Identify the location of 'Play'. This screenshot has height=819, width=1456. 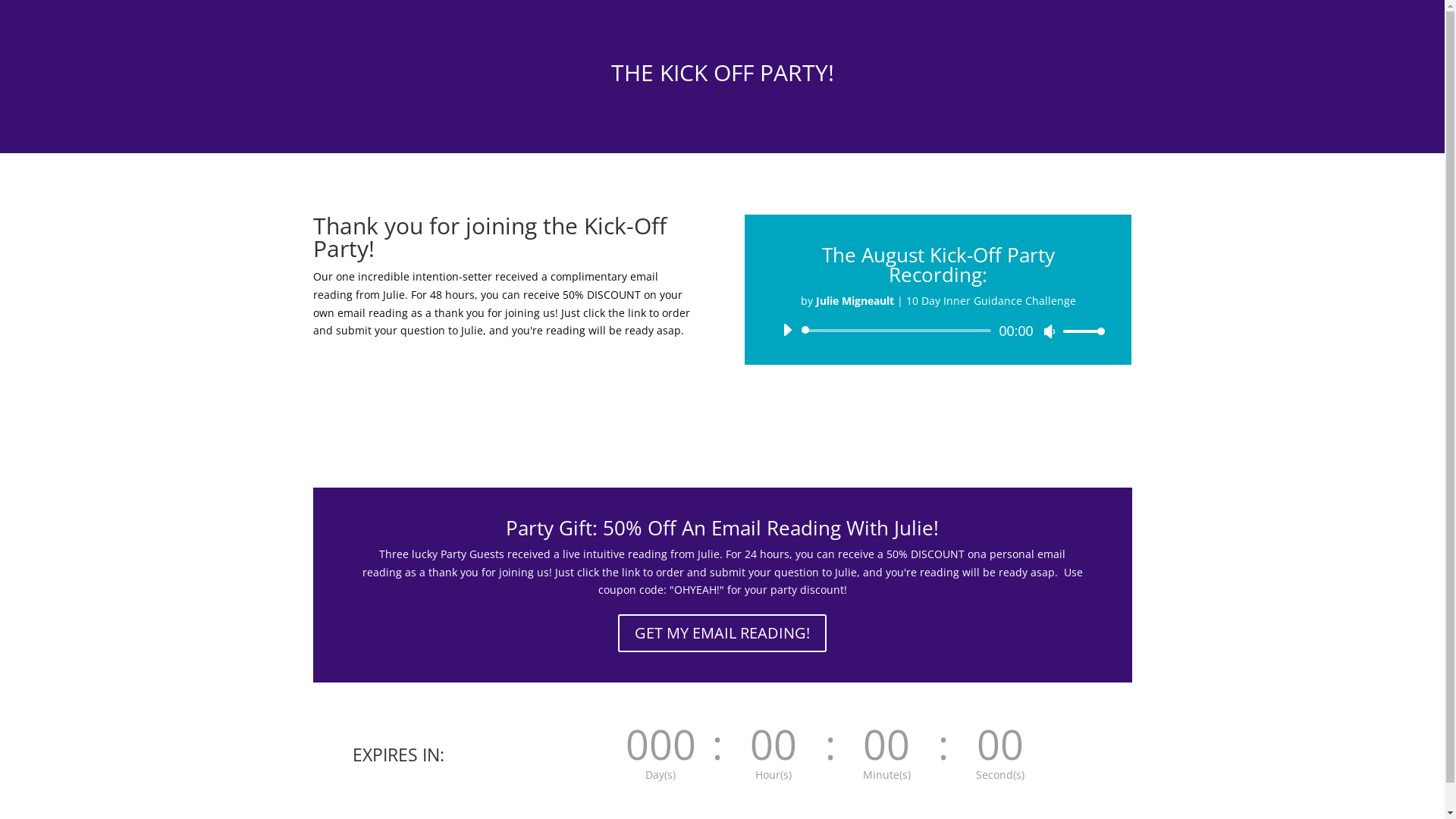
(786, 329).